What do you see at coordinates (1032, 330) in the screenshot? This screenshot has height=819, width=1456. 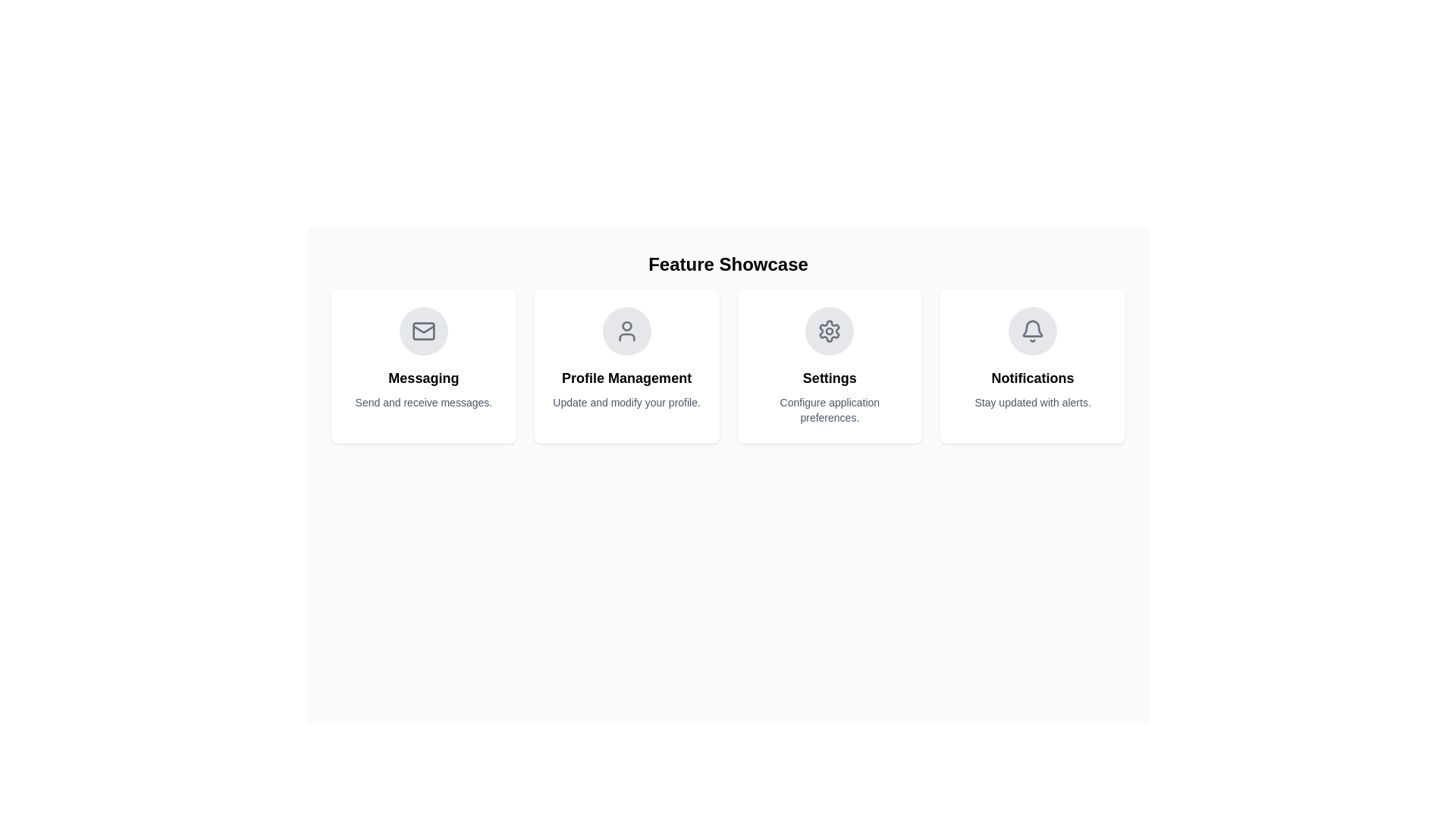 I see `the circular gray icon with a bell graphic in the center, located within the 'Notifications' card at the top region` at bounding box center [1032, 330].